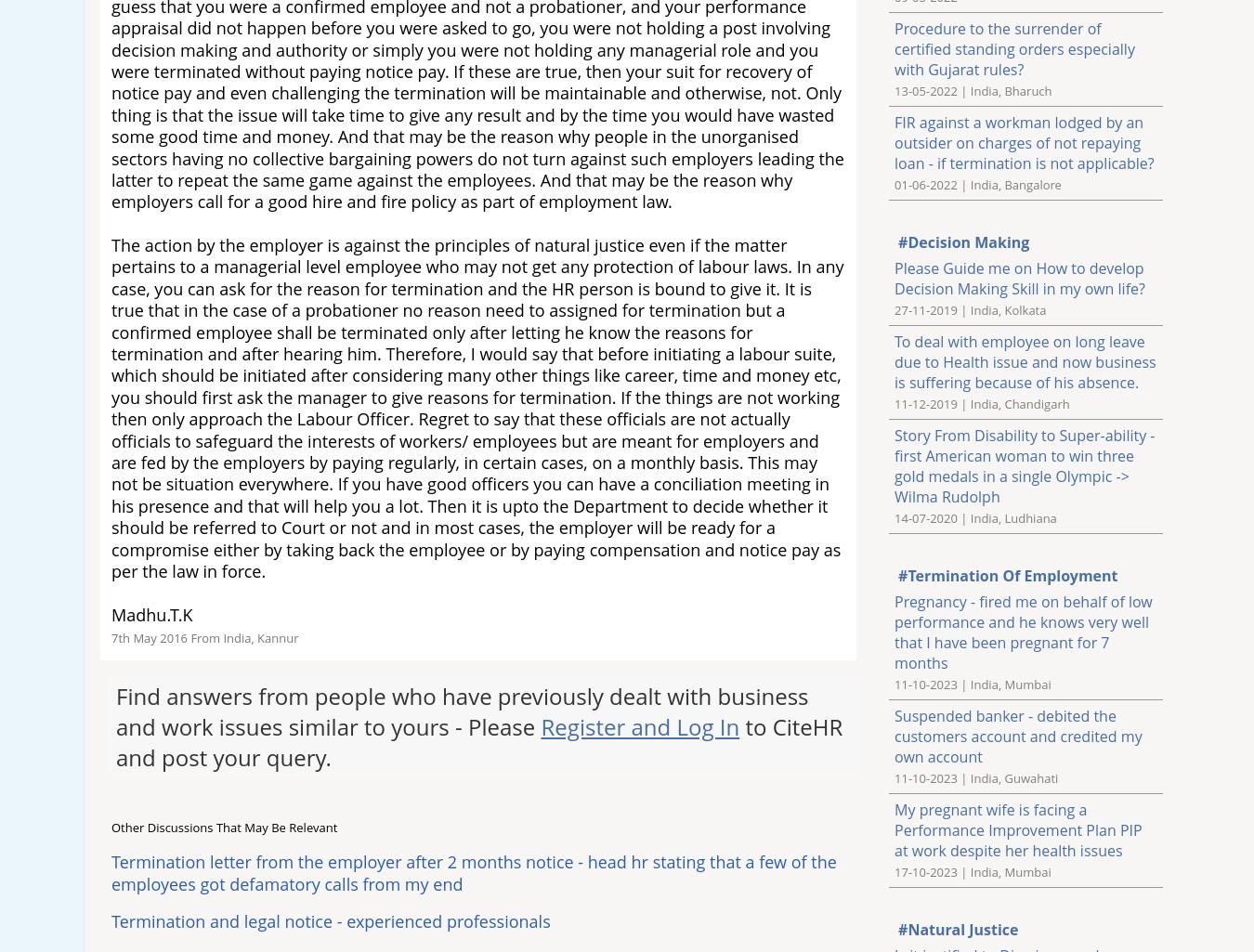 Image resolution: width=1254 pixels, height=952 pixels. Describe the element at coordinates (1018, 736) in the screenshot. I see `'Suspended banker - debited the customers account and credited my own account'` at that location.